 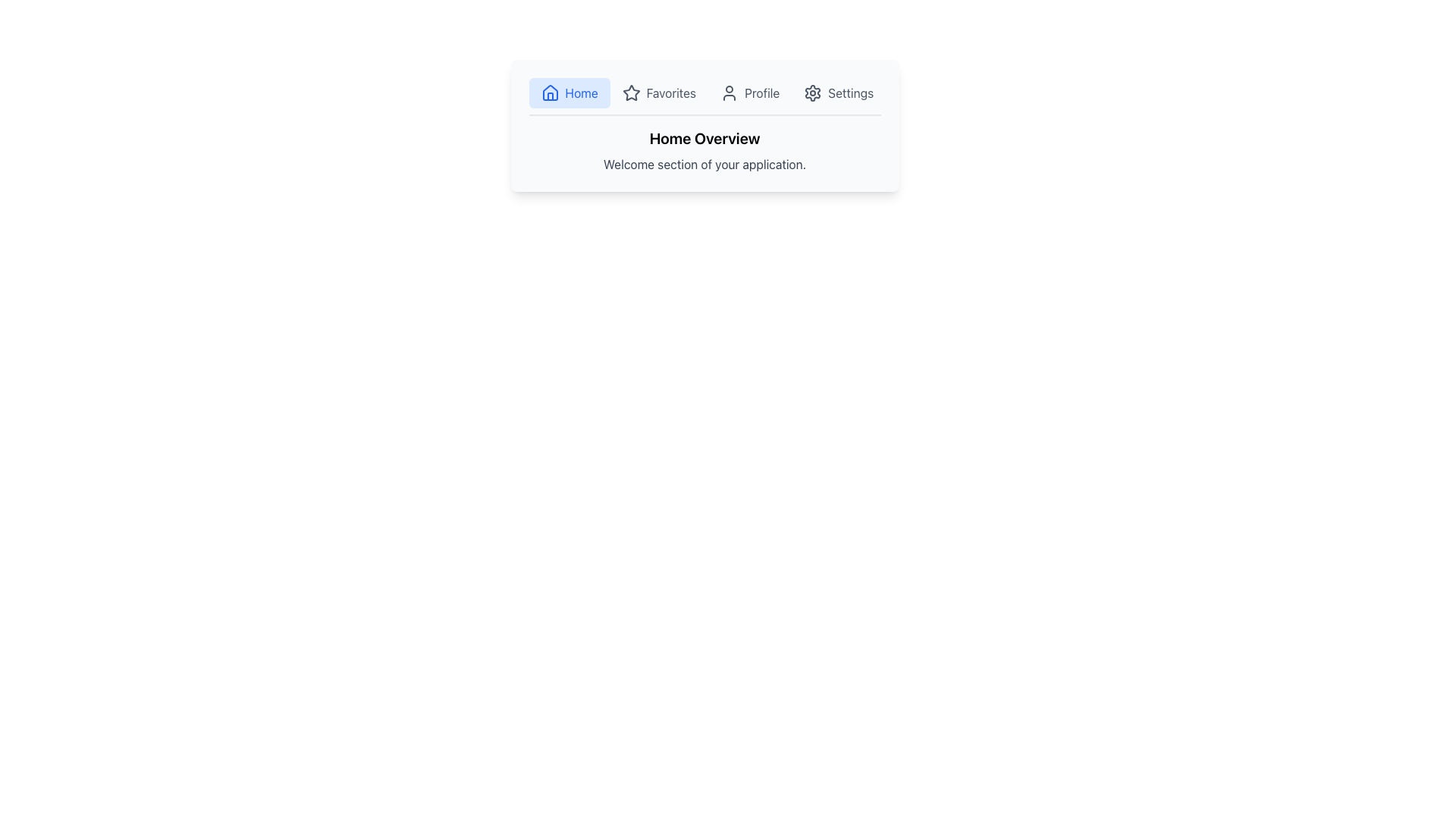 I want to click on the 'Home Overview' text label, which is prominently displayed in a large, bold font style and centered horizontally in the interface, so click(x=704, y=138).